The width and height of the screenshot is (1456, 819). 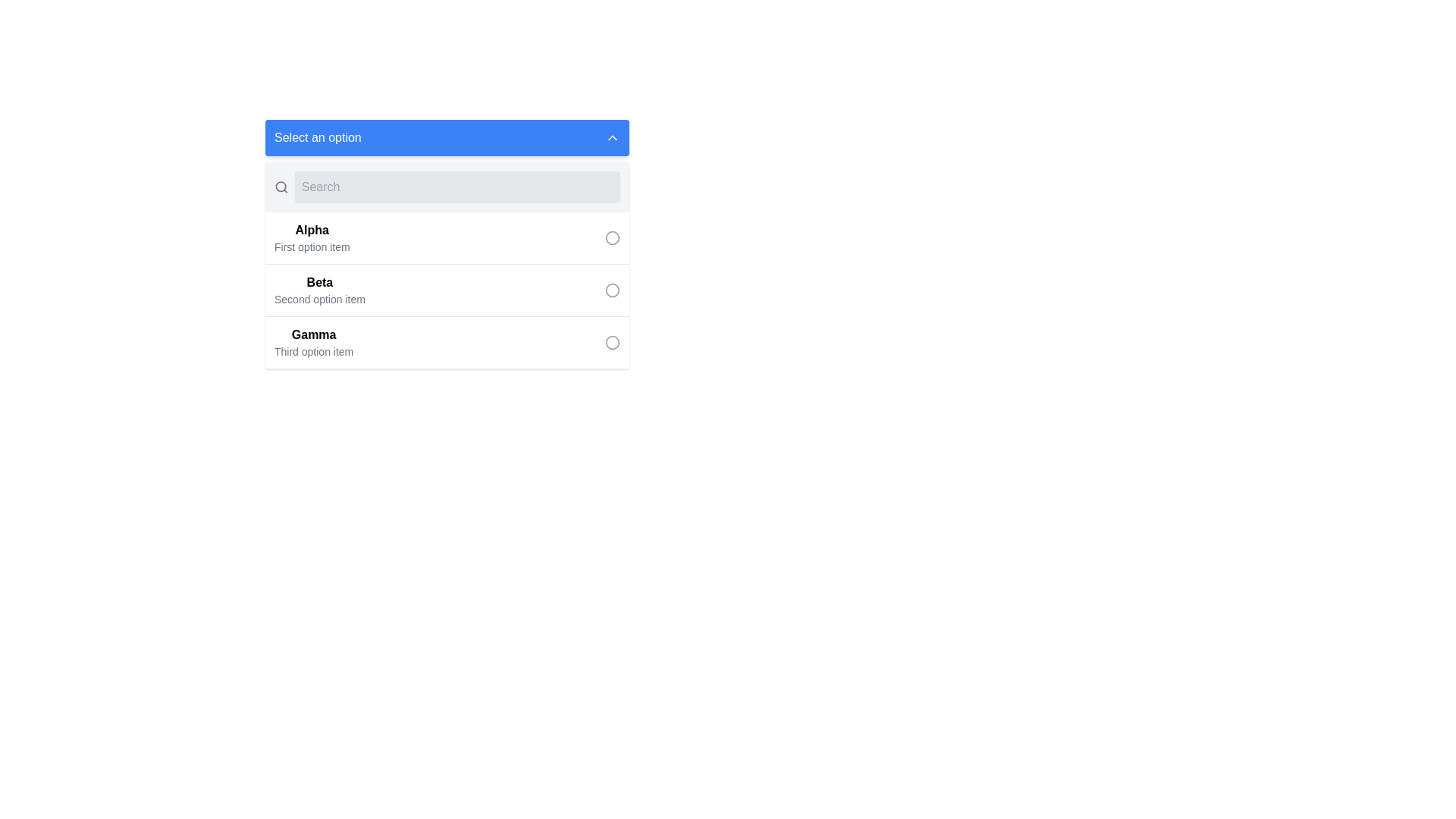 What do you see at coordinates (447, 243) in the screenshot?
I see `the topmost selectable option in the dropdown list located directly below the search bar` at bounding box center [447, 243].